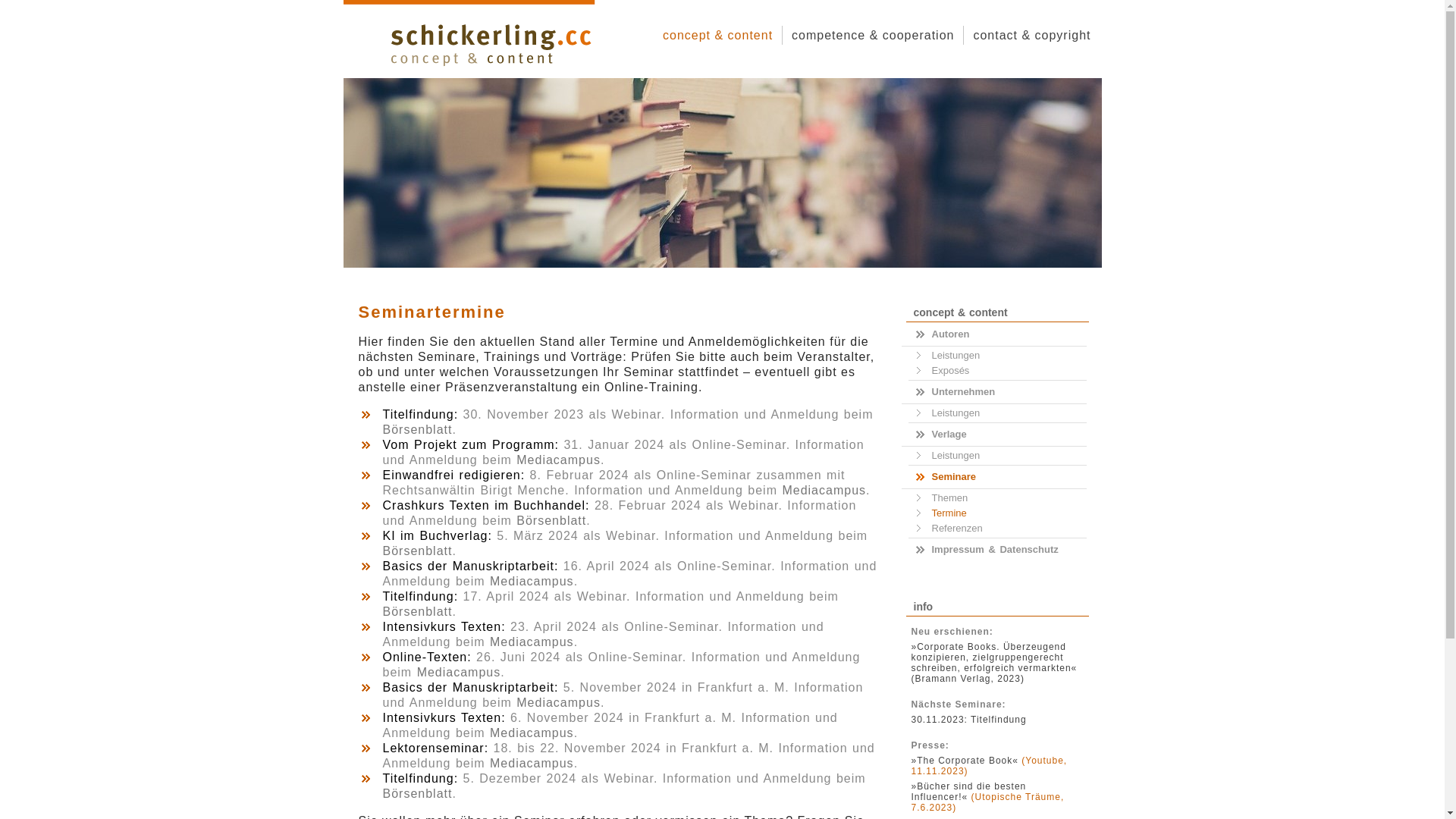  What do you see at coordinates (993, 528) in the screenshot?
I see `'Referenzen'` at bounding box center [993, 528].